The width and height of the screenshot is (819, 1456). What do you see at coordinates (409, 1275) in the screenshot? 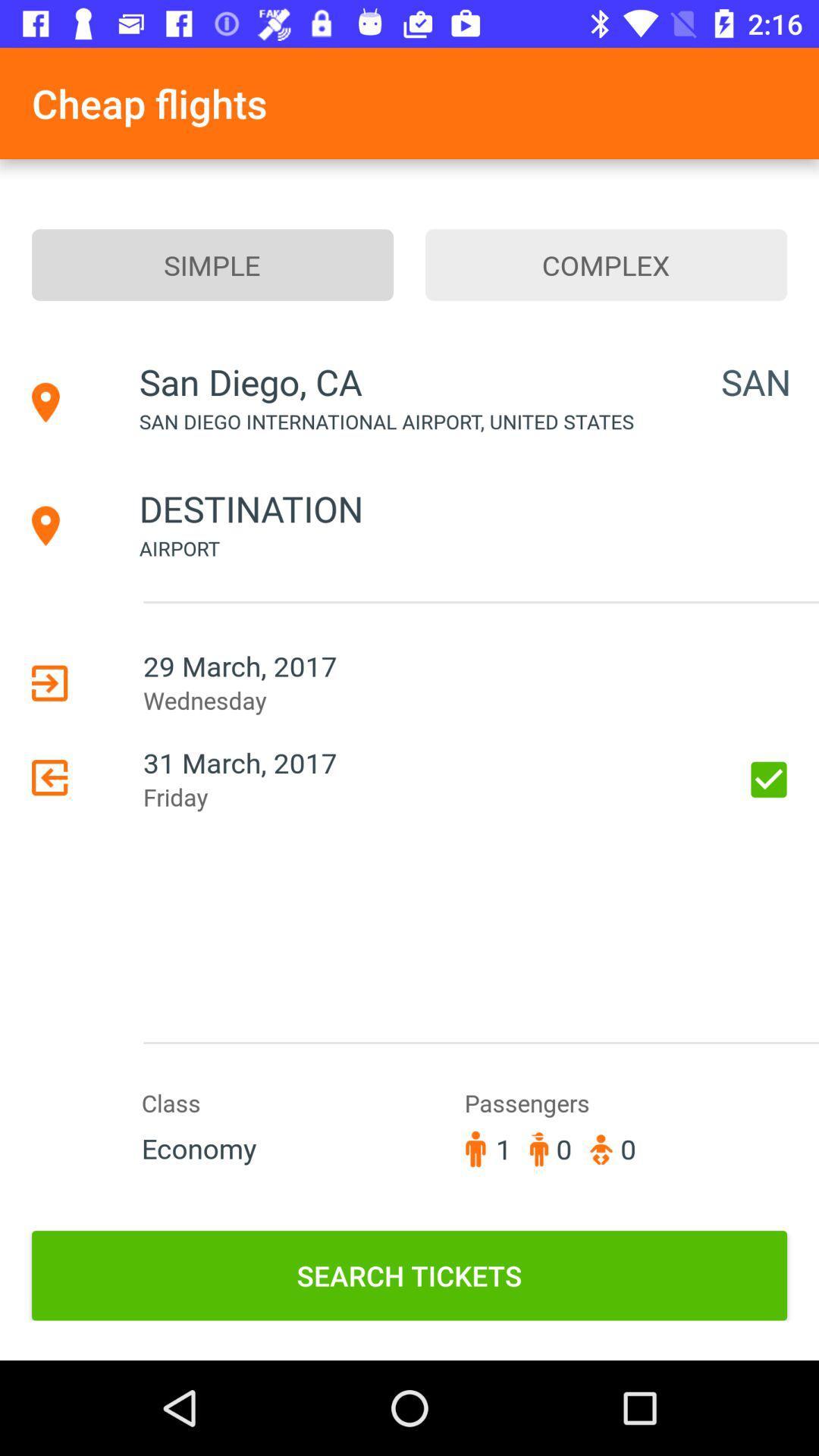
I see `icon below 1 item` at bounding box center [409, 1275].